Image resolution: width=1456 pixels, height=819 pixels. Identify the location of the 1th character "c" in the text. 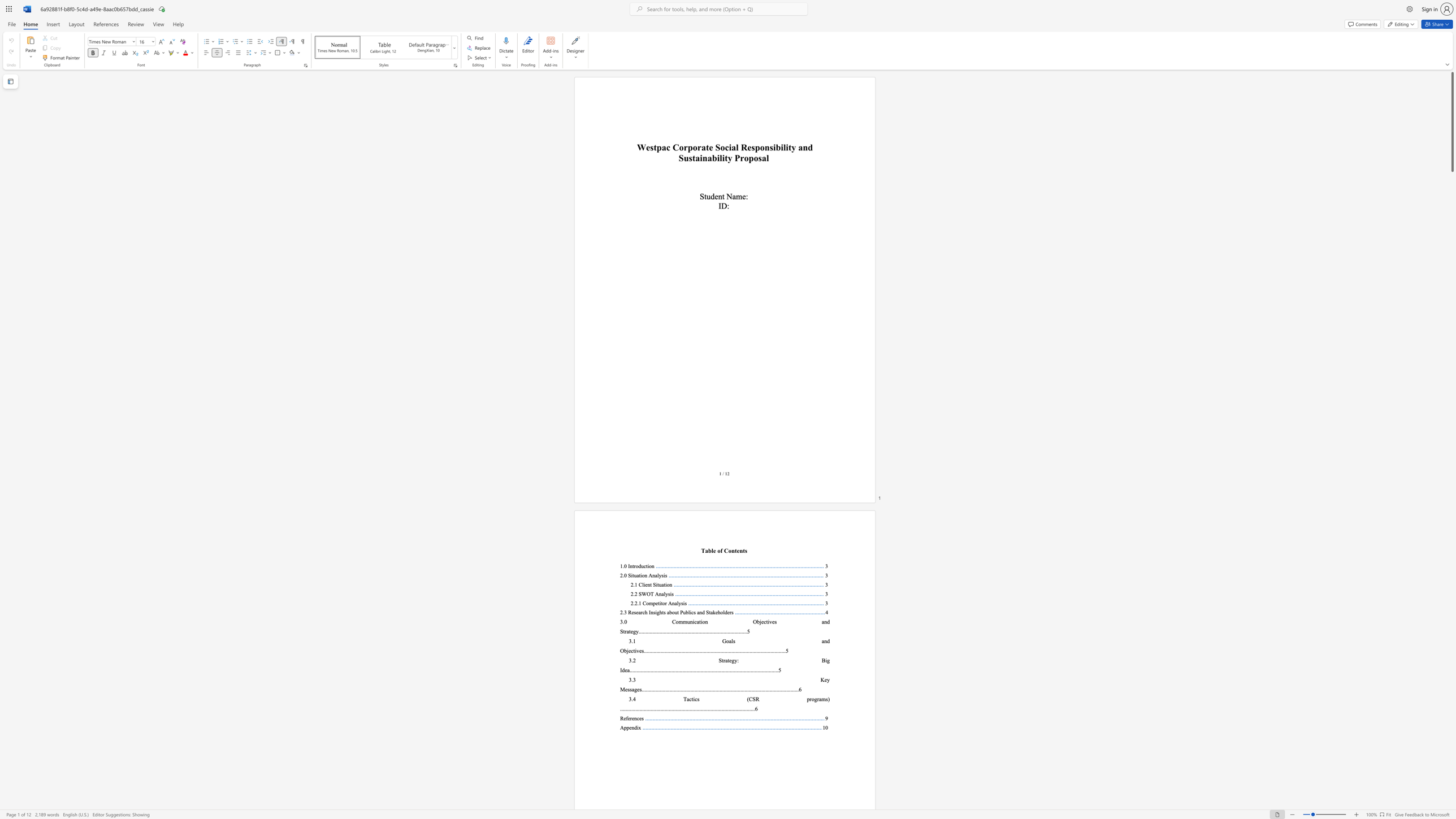
(668, 147).